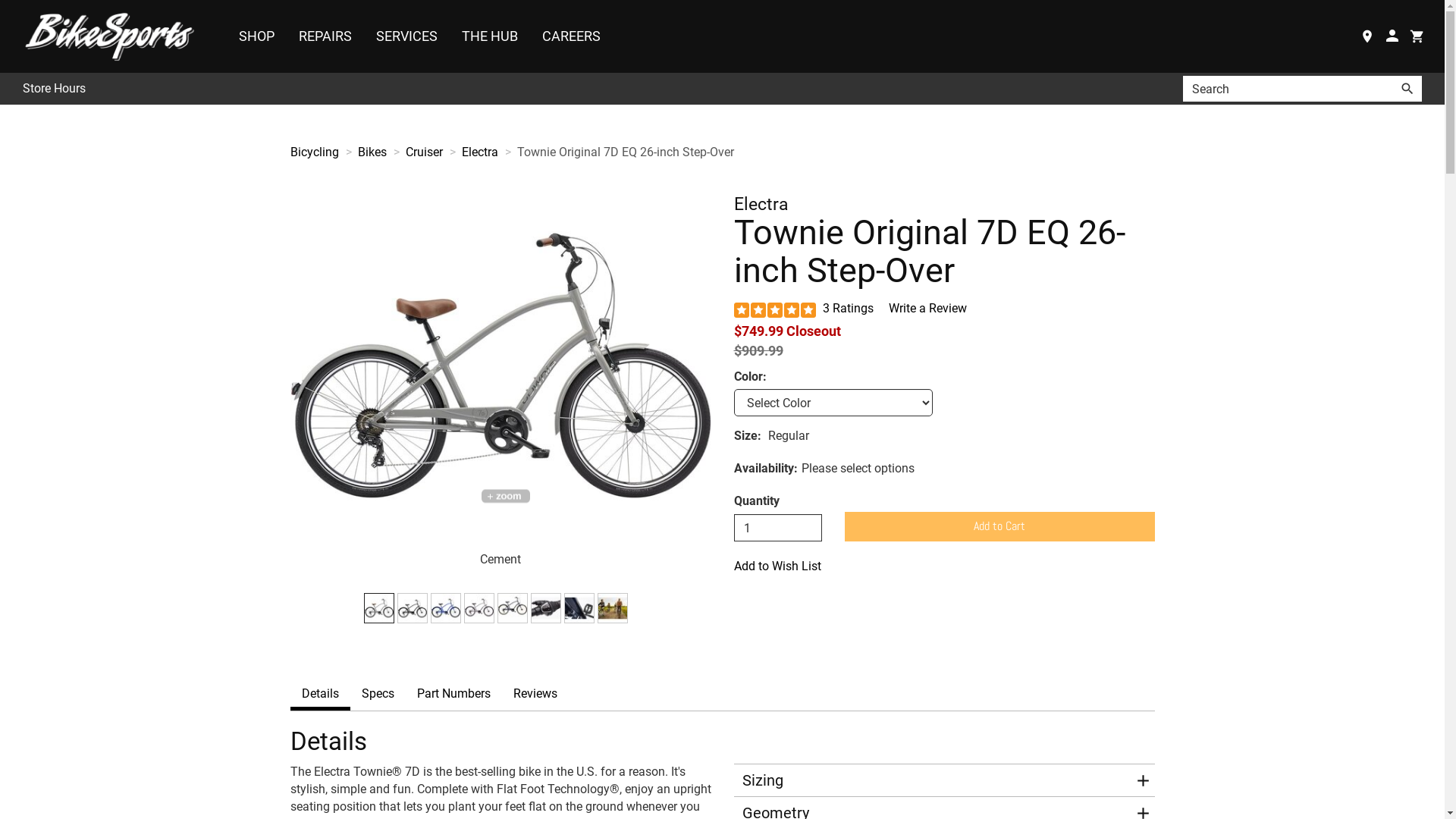  I want to click on 'Bicycling', so click(312, 152).